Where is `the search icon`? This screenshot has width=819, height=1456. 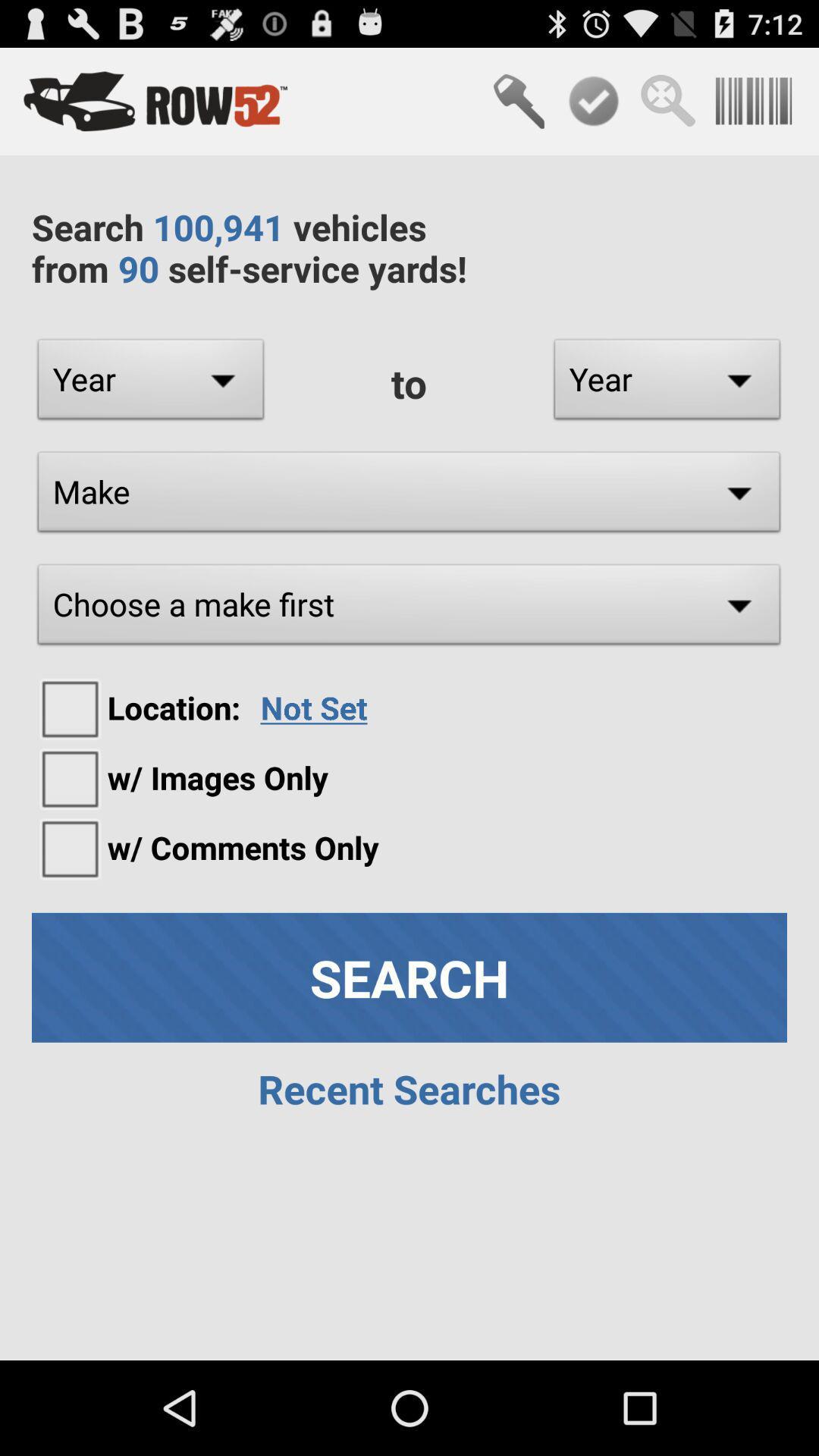
the search icon is located at coordinates (667, 108).